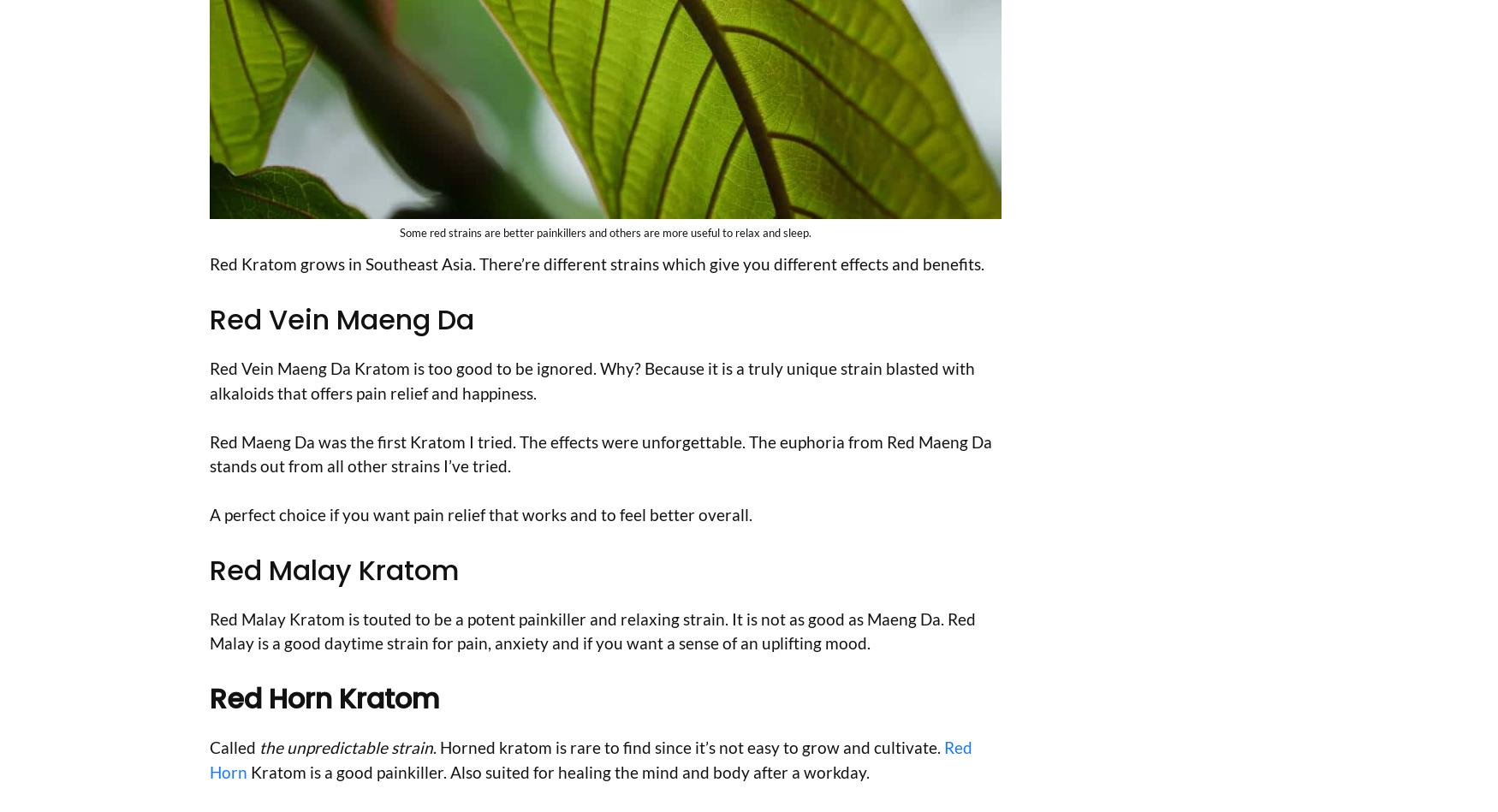 The height and width of the screenshot is (812, 1498). I want to click on 'Called', so click(210, 746).